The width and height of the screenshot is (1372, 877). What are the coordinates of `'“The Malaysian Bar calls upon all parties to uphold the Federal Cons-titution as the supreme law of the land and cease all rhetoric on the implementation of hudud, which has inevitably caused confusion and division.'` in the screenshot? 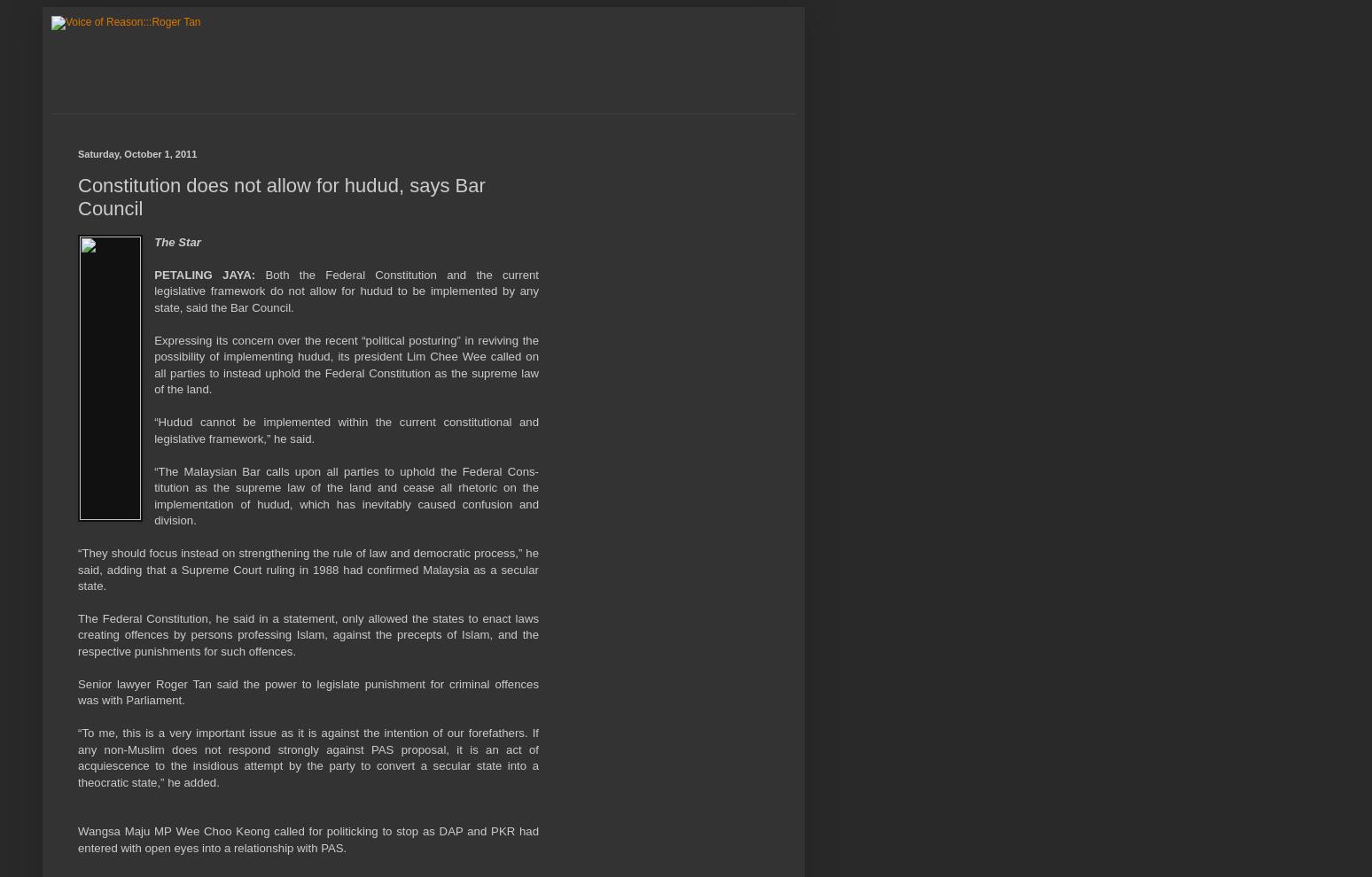 It's located at (153, 495).